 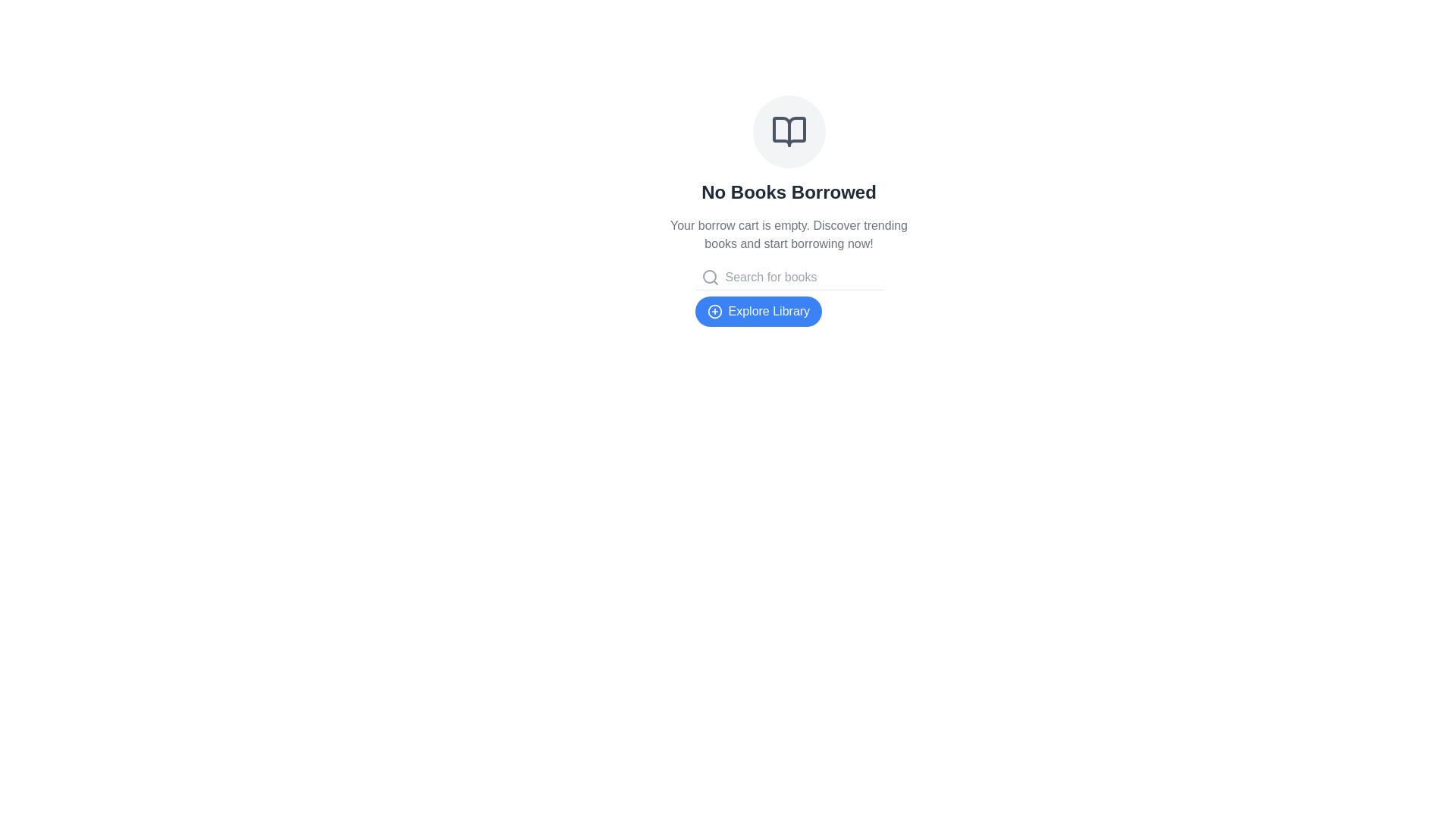 I want to click on the text input field styled as a search bar, which has the placeholder text 'Search for books', to focus on it, so click(x=800, y=278).